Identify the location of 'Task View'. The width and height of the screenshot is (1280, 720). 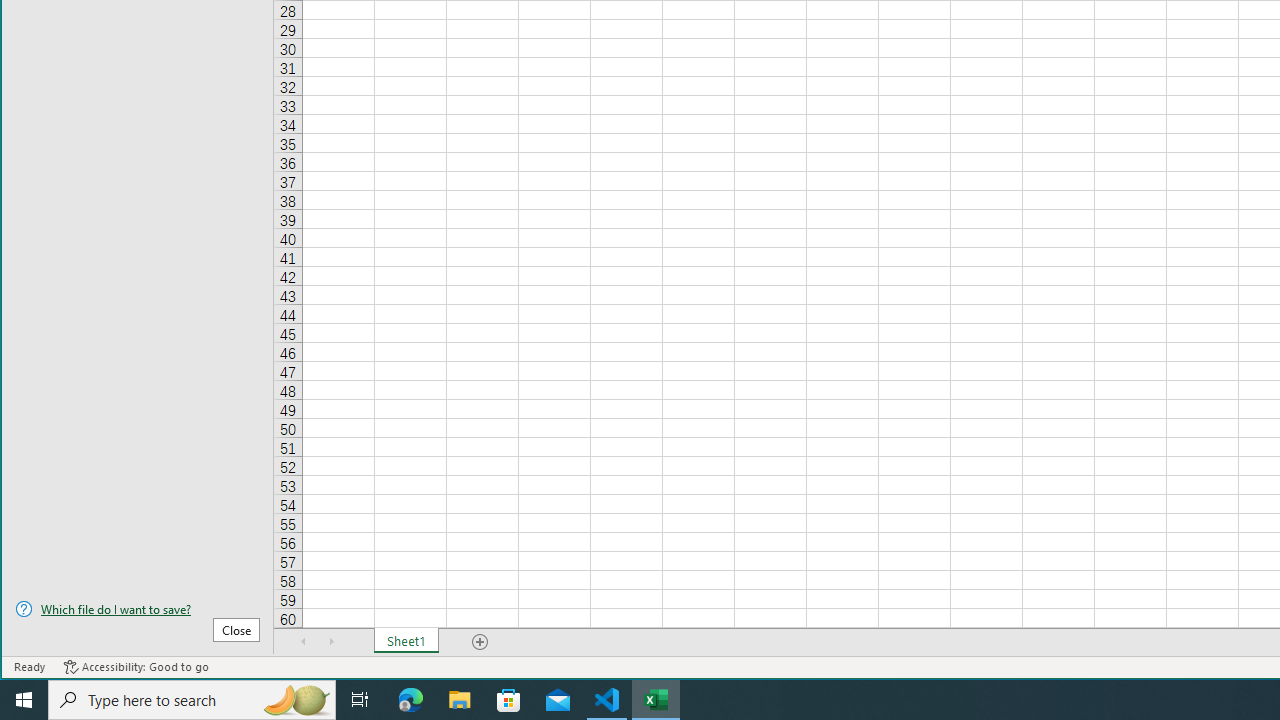
(359, 698).